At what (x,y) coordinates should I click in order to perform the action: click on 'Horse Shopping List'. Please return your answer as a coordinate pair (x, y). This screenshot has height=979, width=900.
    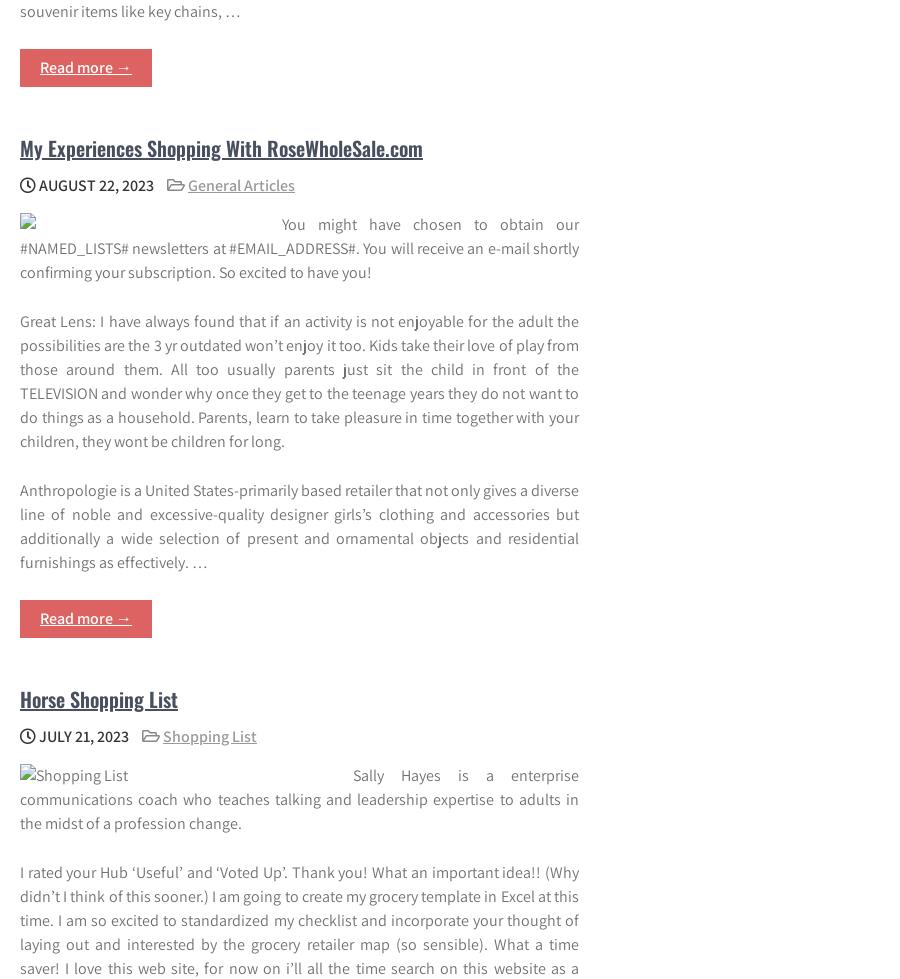
    Looking at the image, I should click on (98, 697).